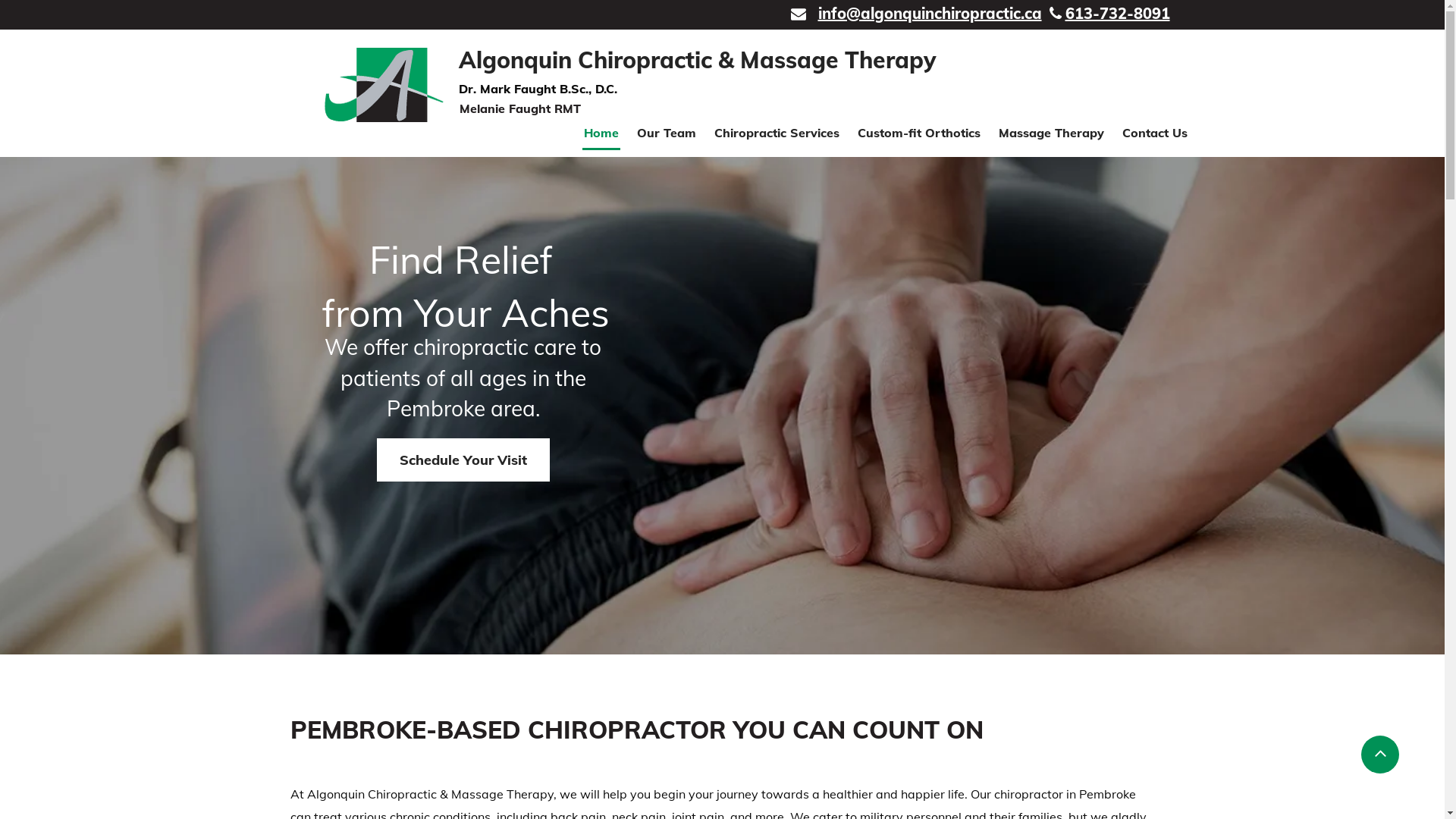  What do you see at coordinates (777, 133) in the screenshot?
I see `'Chiropractic Services'` at bounding box center [777, 133].